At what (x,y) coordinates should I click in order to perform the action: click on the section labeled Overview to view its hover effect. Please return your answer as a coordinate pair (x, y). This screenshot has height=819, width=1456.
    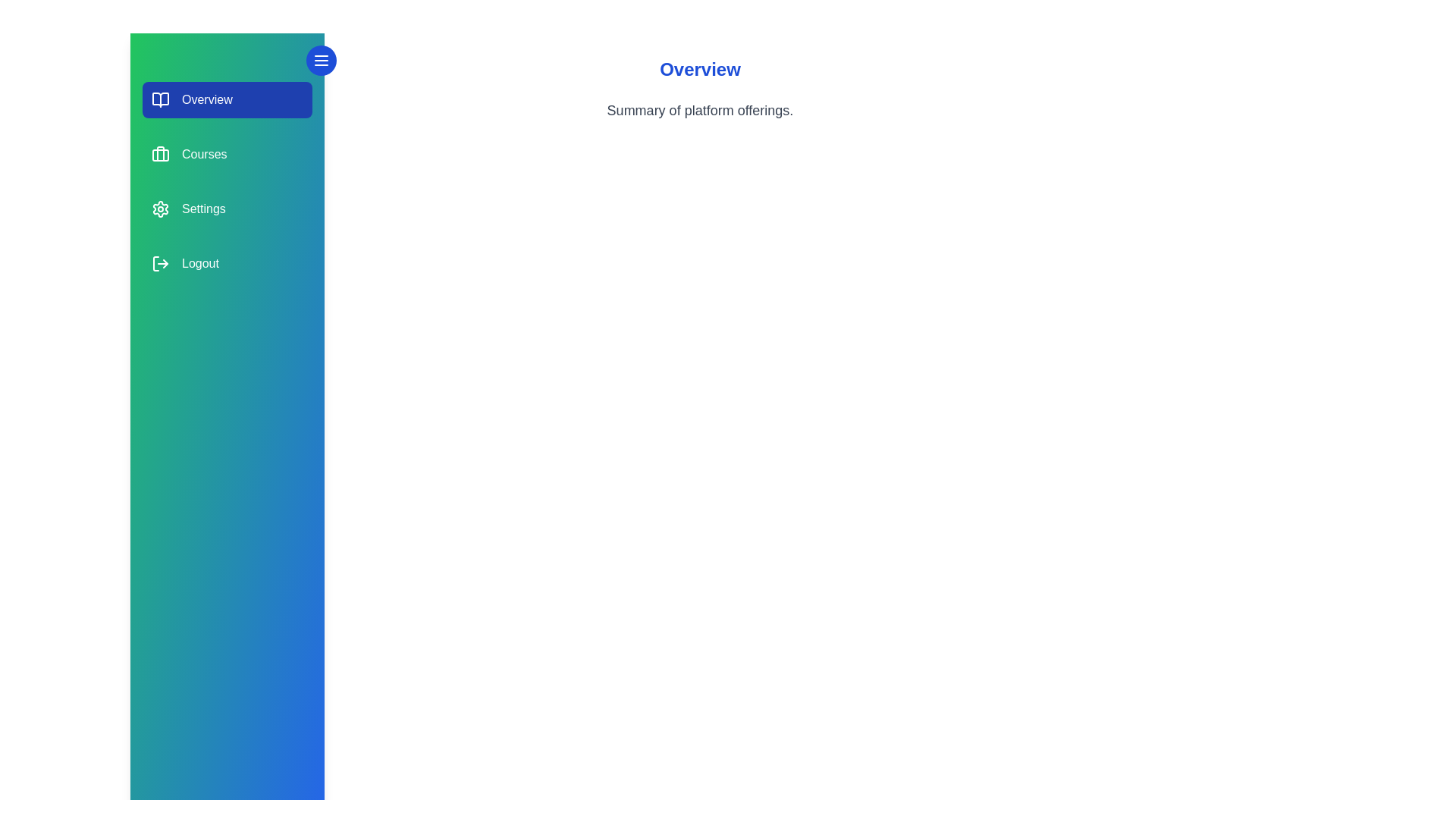
    Looking at the image, I should click on (226, 99).